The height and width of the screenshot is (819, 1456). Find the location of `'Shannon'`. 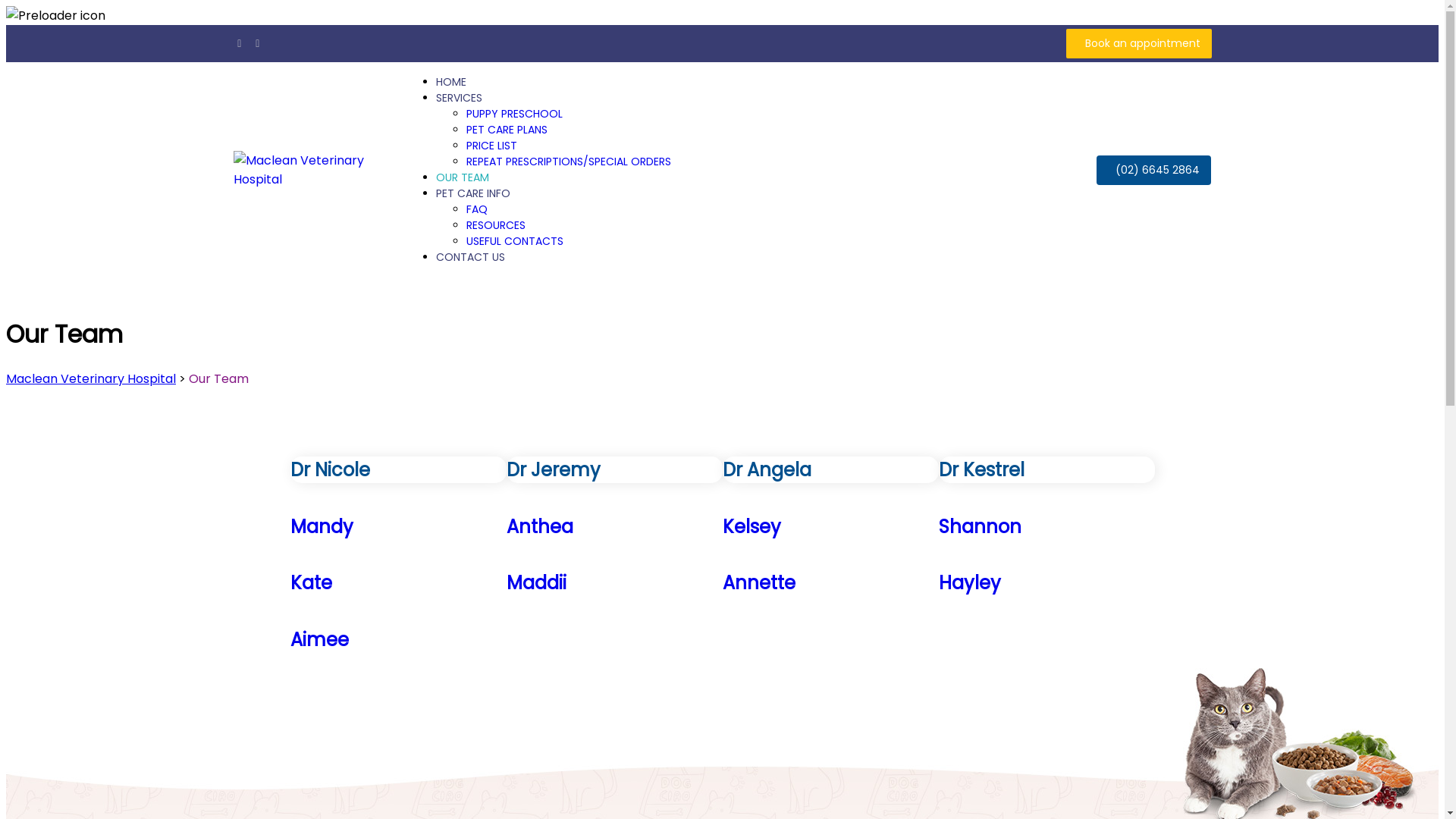

'Shannon' is located at coordinates (1046, 526).